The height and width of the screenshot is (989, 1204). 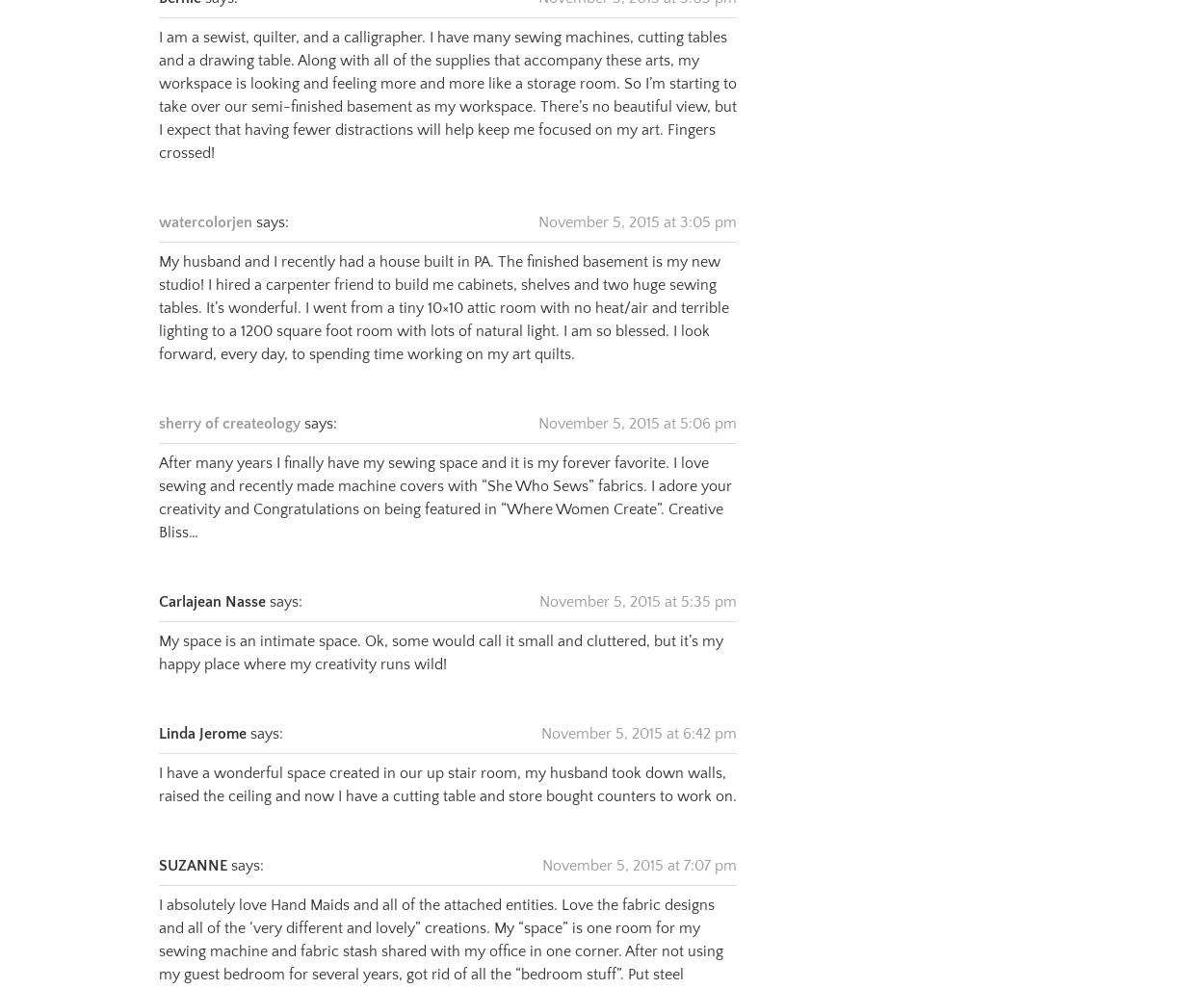 I want to click on 'November 5, 2015 at 5:35 pm', so click(x=638, y=577).